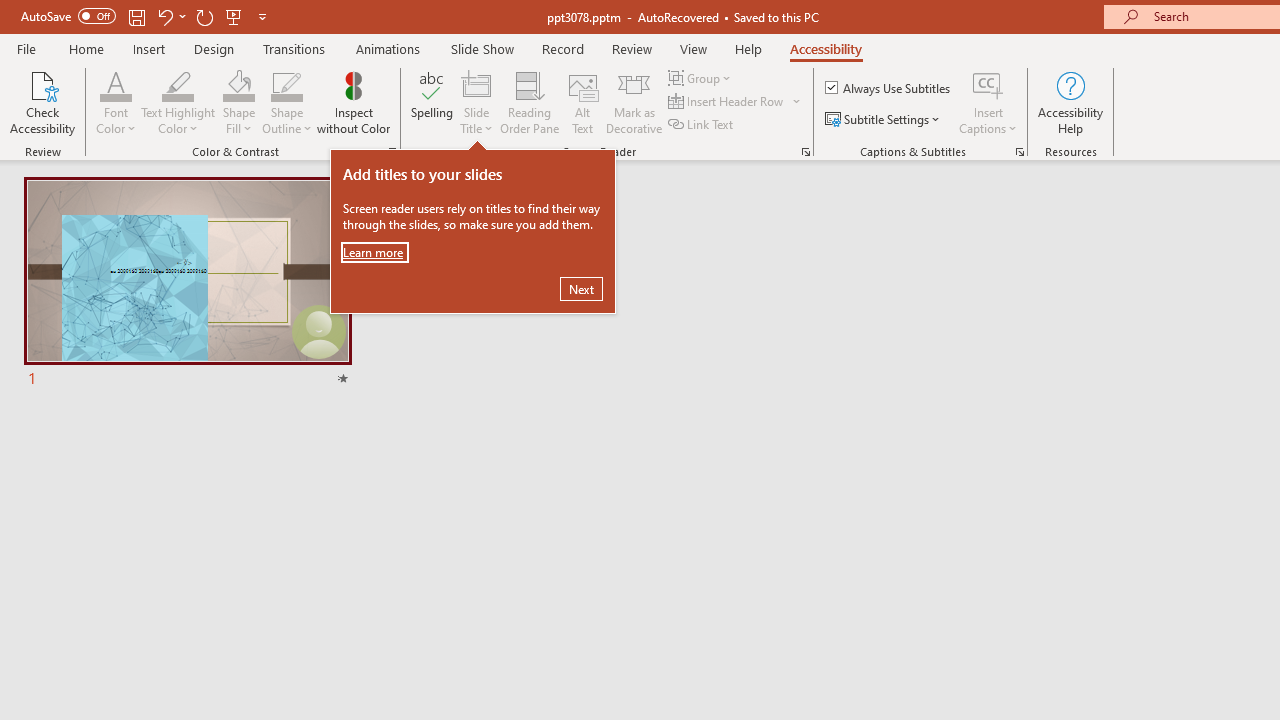 The width and height of the screenshot is (1280, 720). Describe the element at coordinates (529, 103) in the screenshot. I see `'Reading Order Pane'` at that location.